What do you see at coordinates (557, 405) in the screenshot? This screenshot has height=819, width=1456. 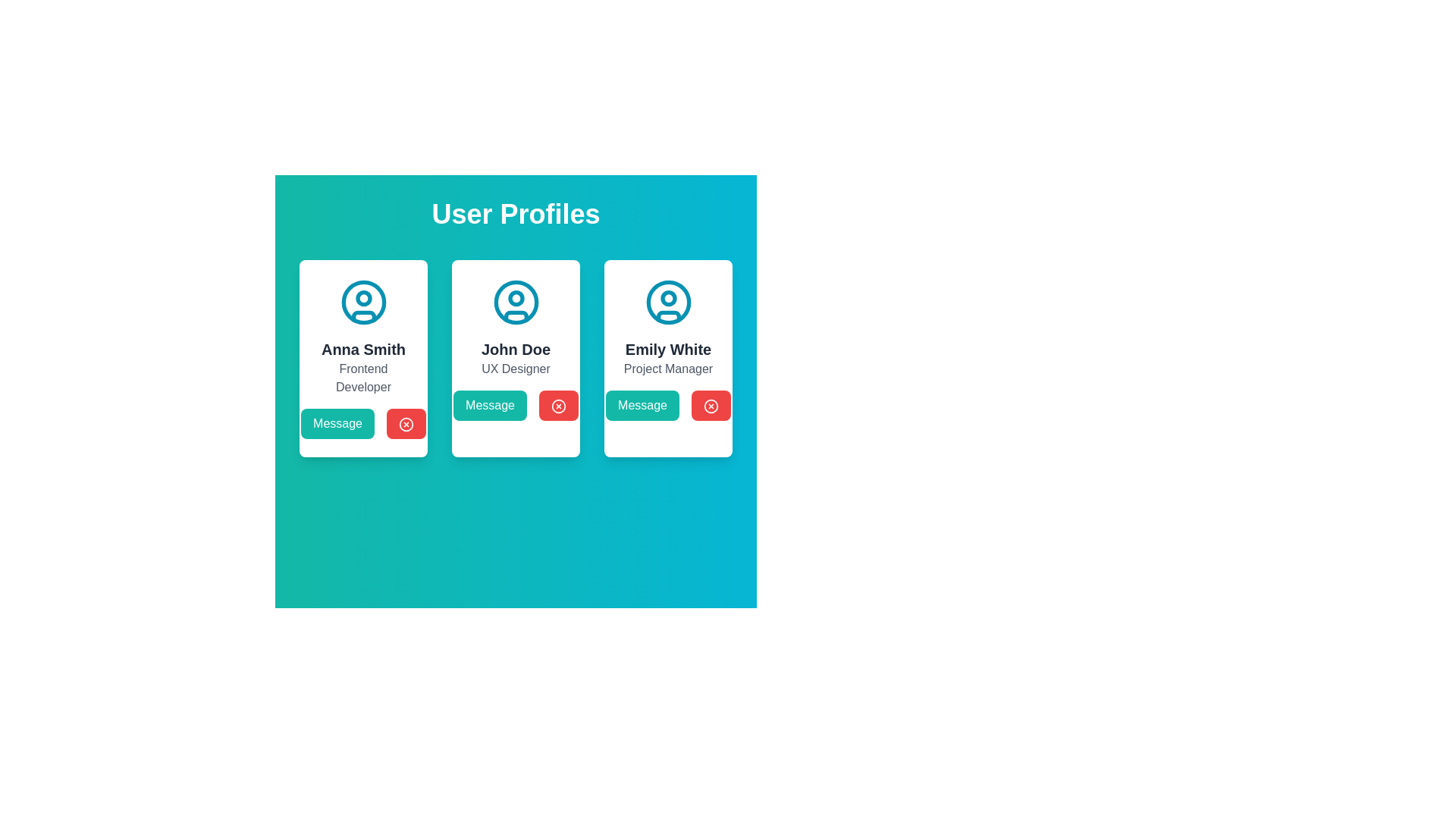 I see `the red rectangular button with rounded corners containing a circled 'X' icon` at bounding box center [557, 405].